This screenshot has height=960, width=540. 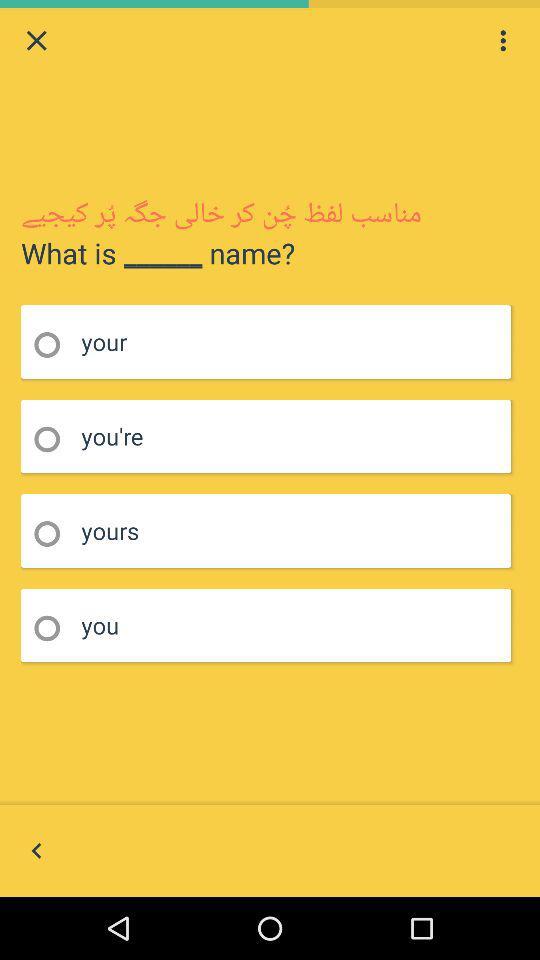 I want to click on the close icon, so click(x=36, y=42).